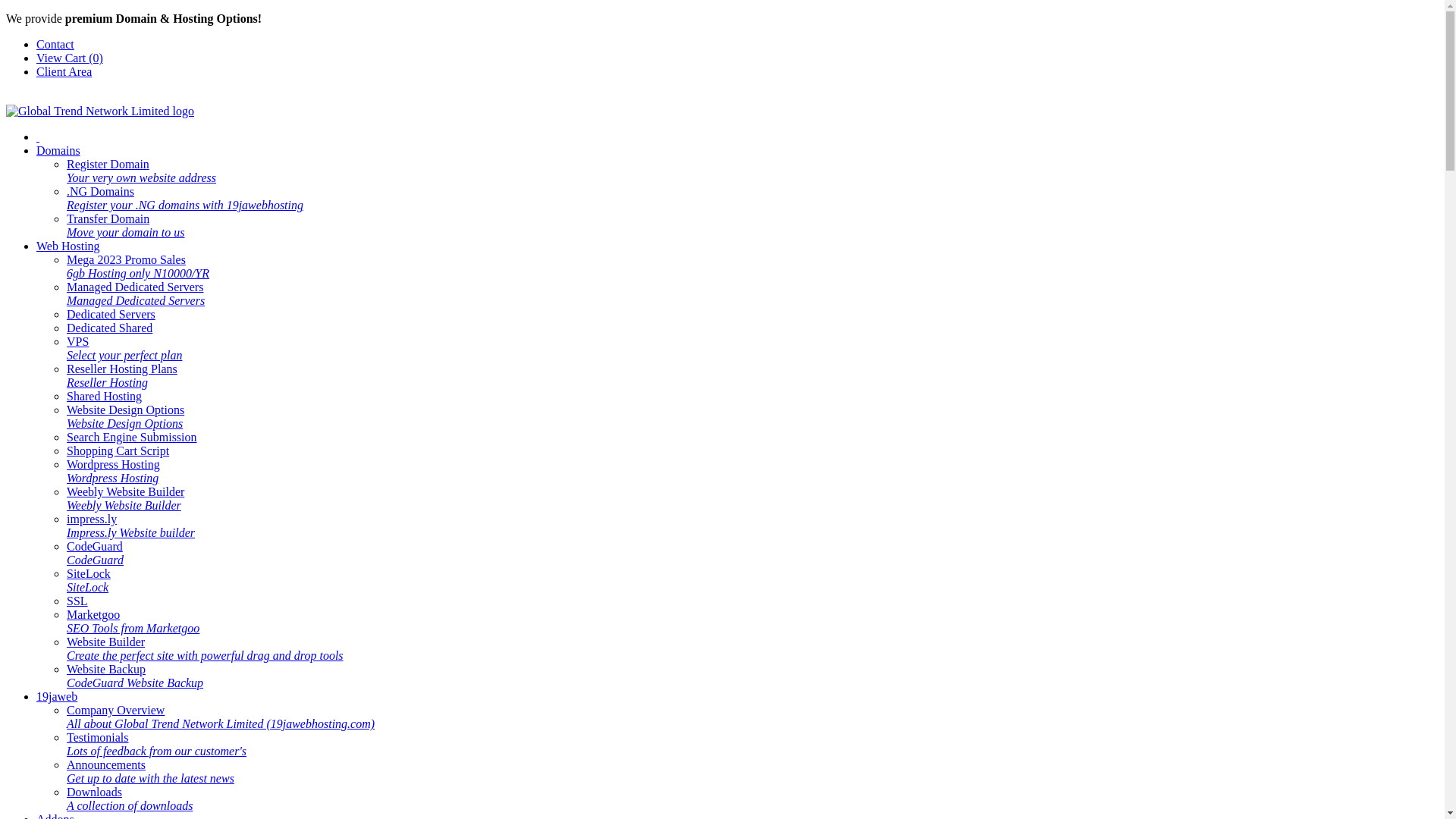  What do you see at coordinates (55, 43) in the screenshot?
I see `'Contact'` at bounding box center [55, 43].